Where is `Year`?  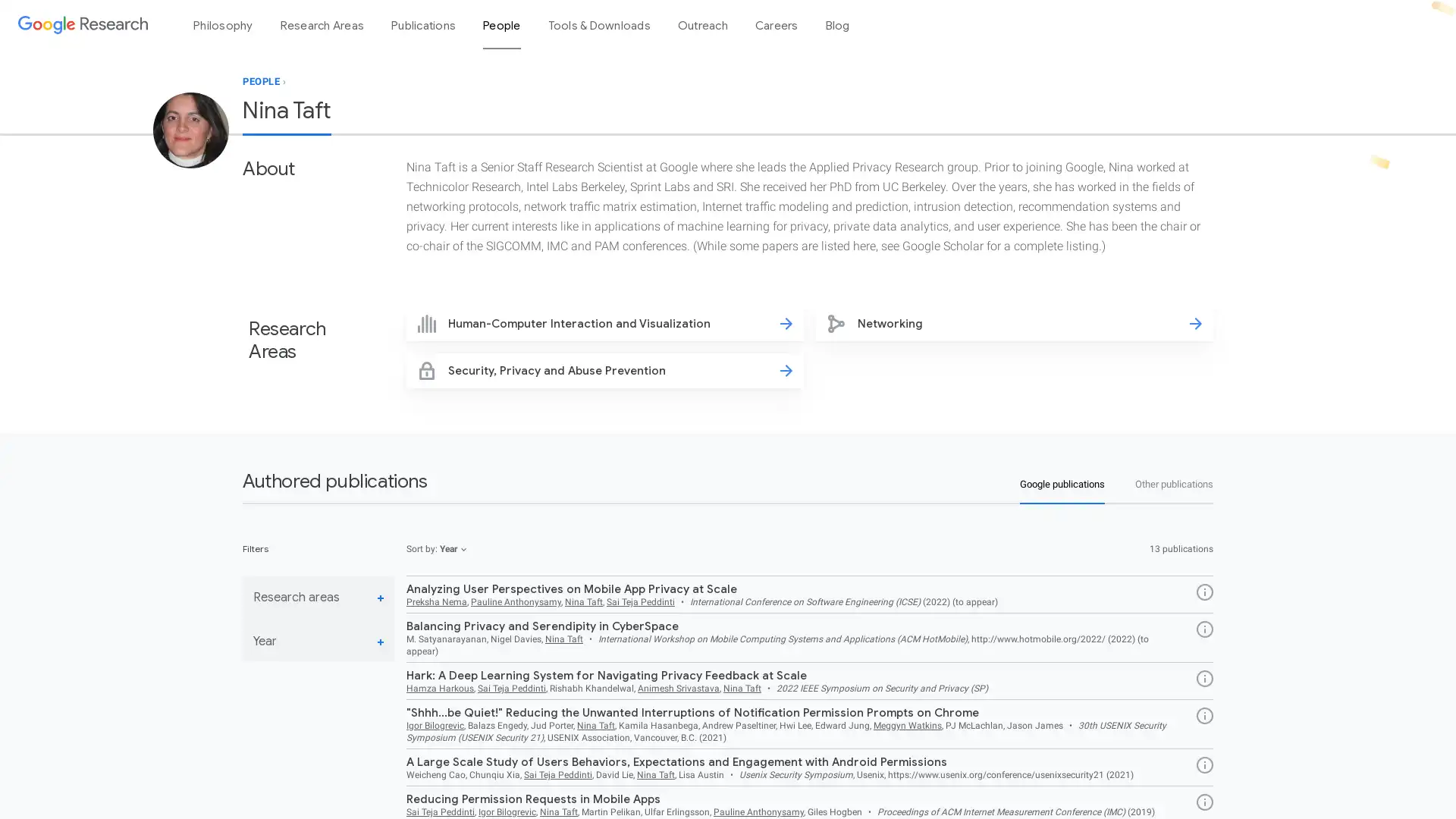 Year is located at coordinates (318, 642).